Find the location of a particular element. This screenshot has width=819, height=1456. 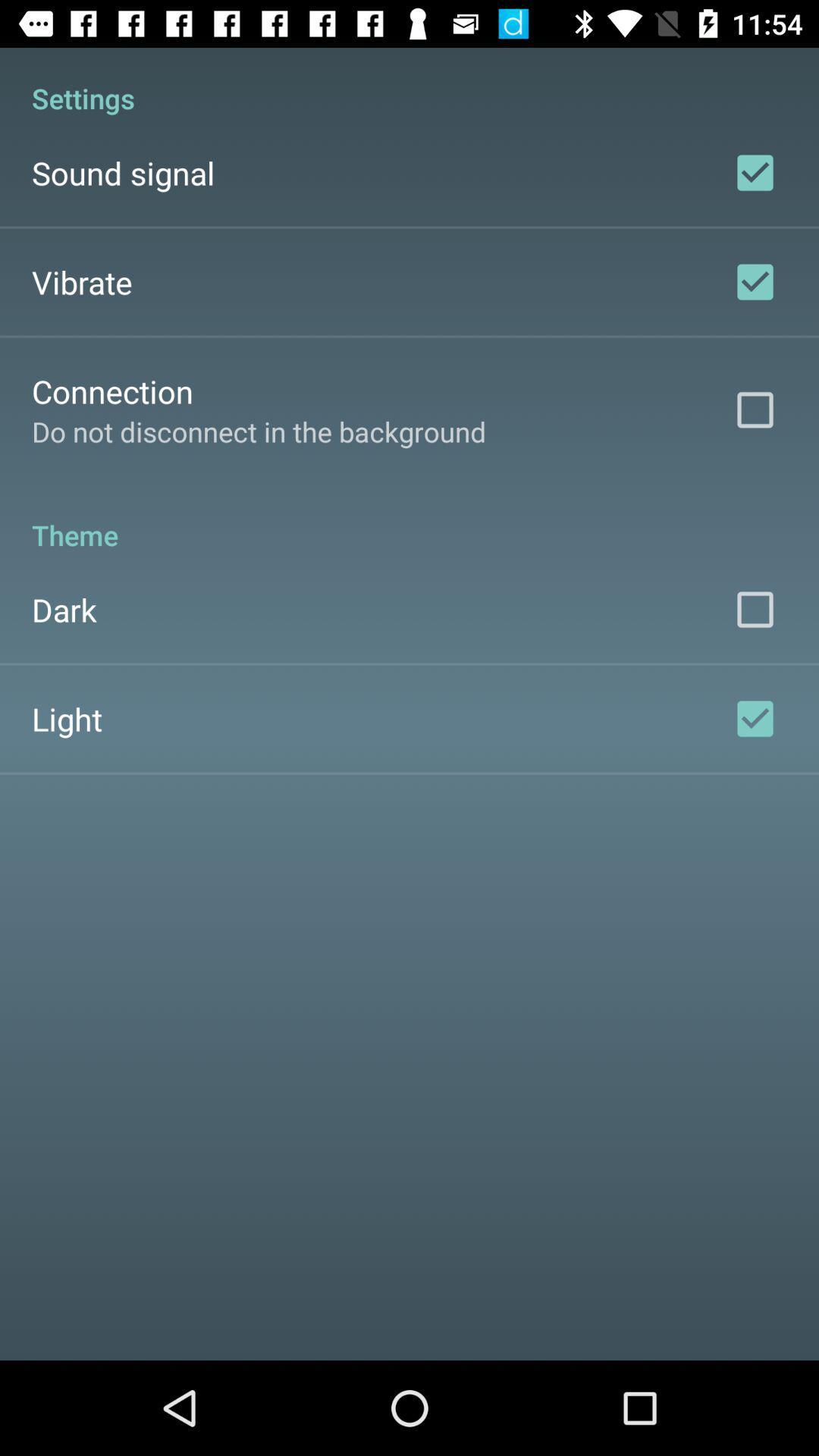

item above the light icon is located at coordinates (63, 610).